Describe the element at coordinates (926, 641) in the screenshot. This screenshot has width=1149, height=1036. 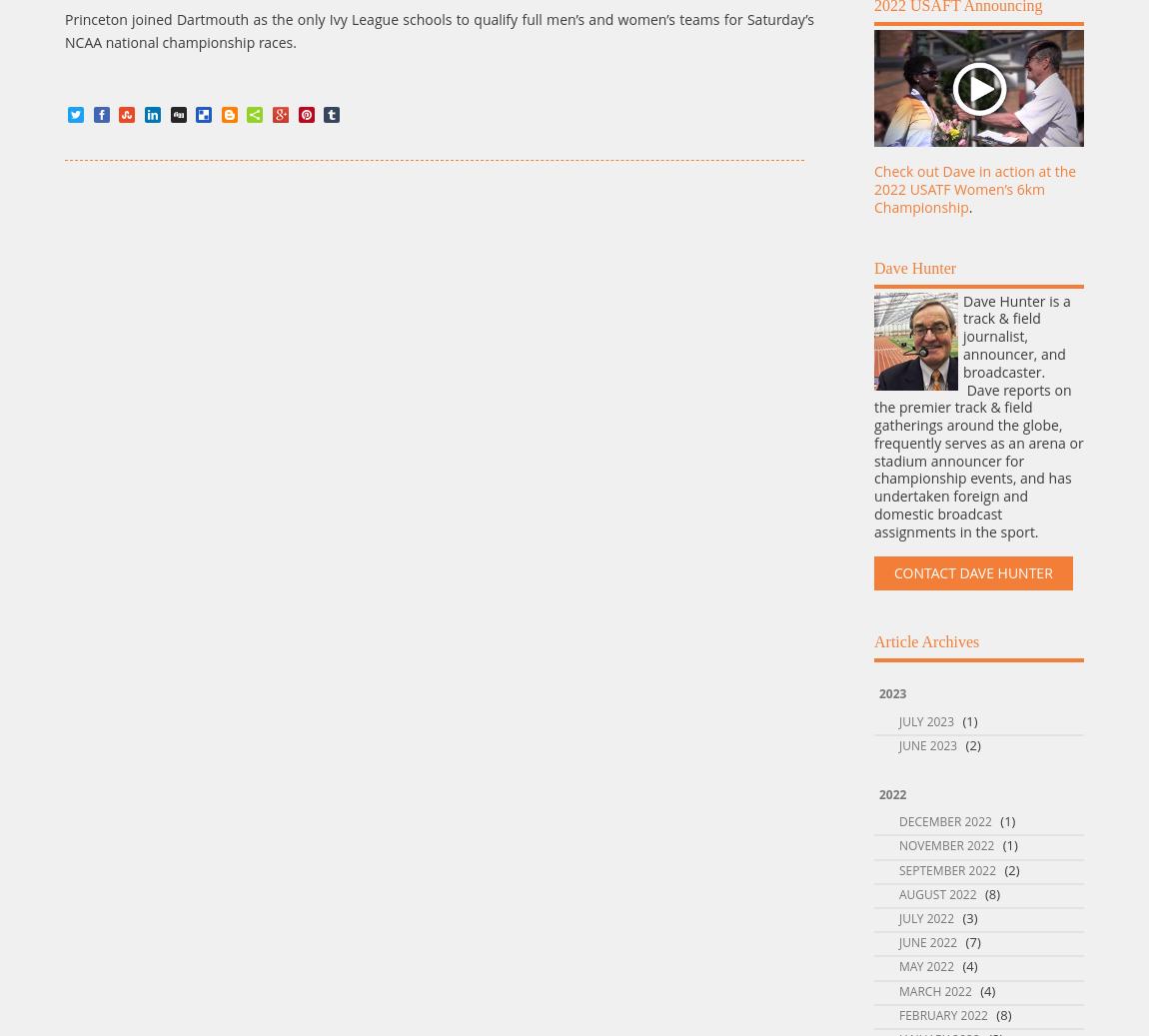
I see `'Article Archives'` at that location.